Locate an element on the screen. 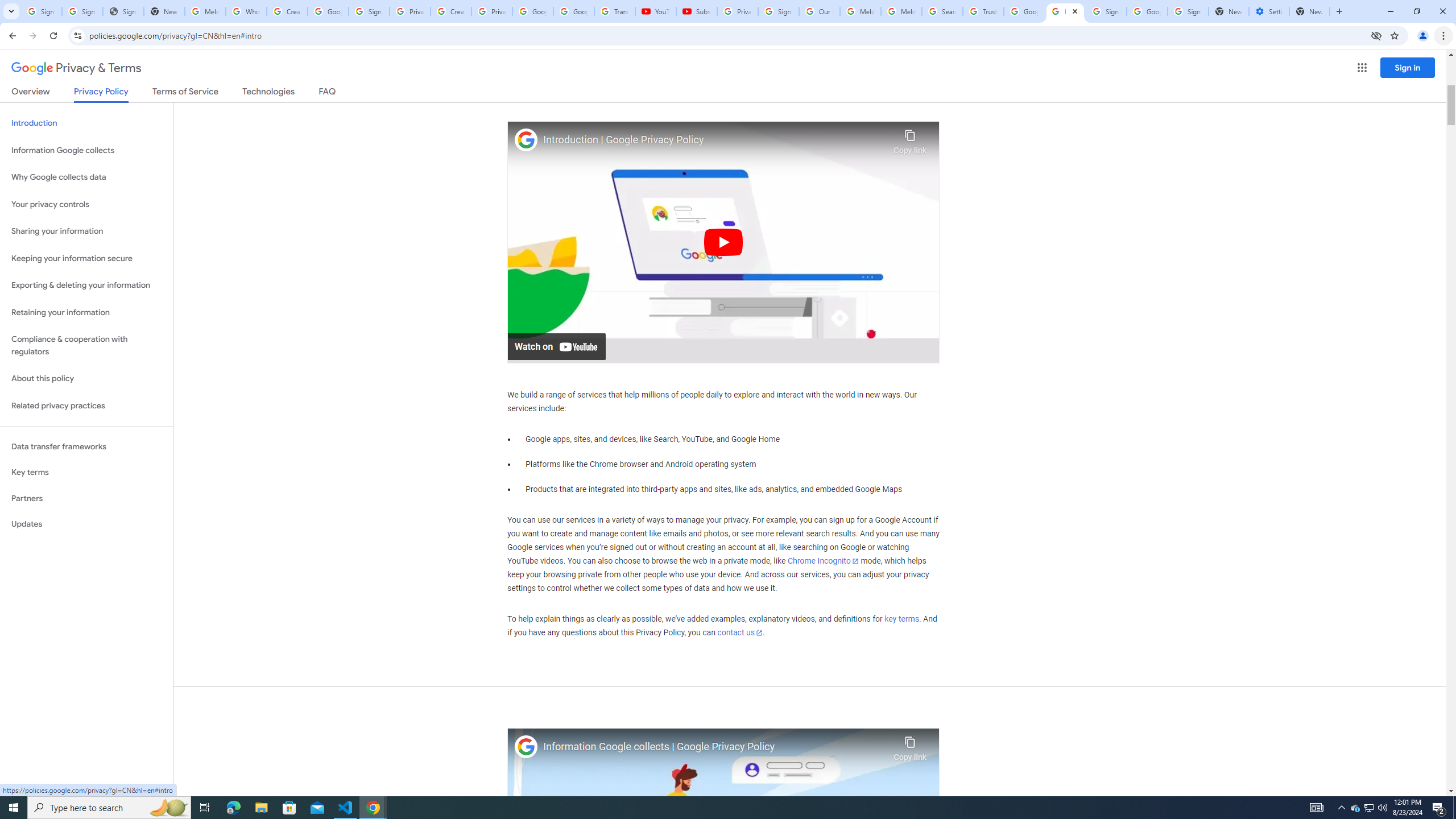  'Watch on YouTube' is located at coordinates (556, 346).